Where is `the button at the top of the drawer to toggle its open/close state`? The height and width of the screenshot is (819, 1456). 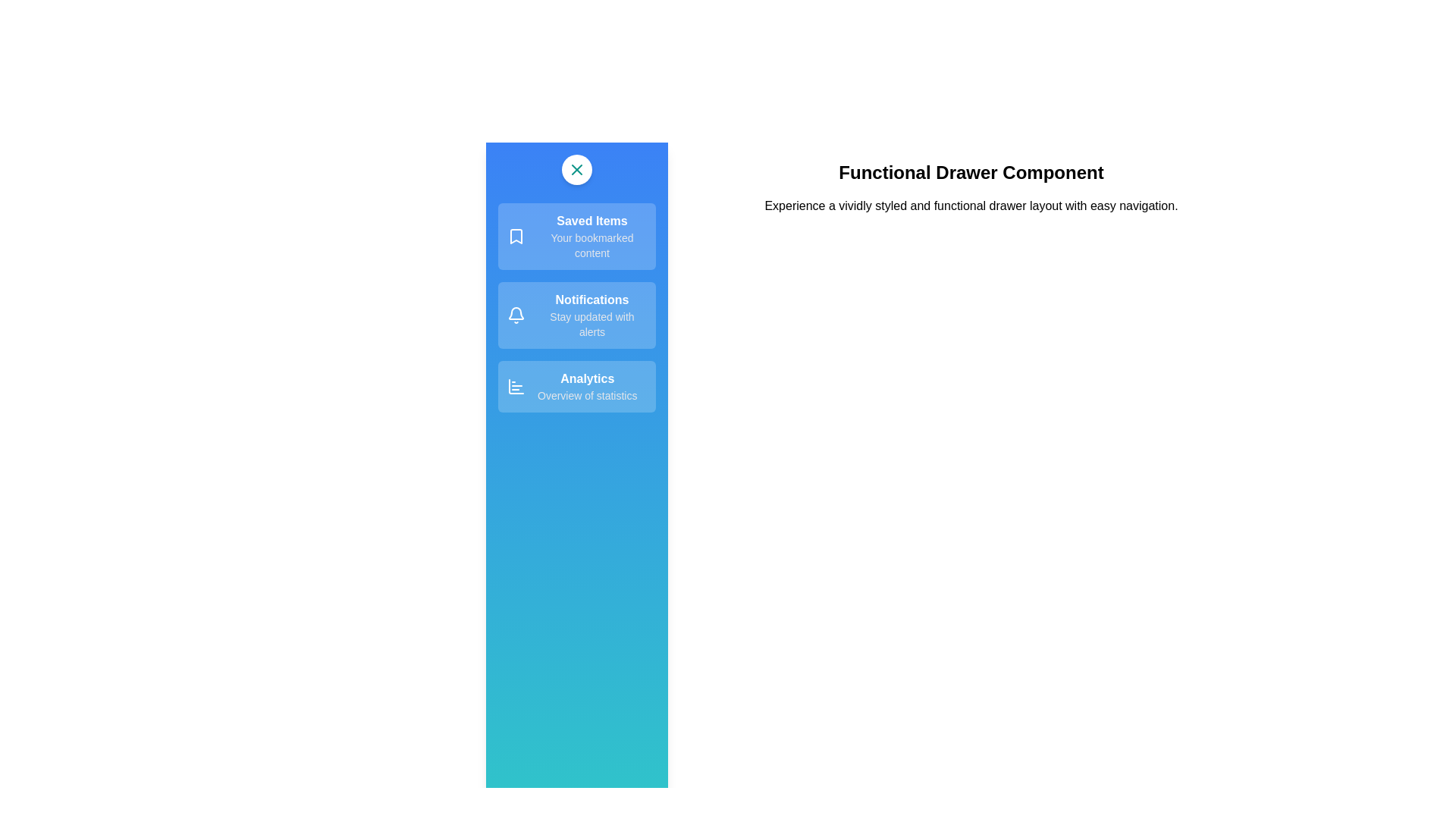
the button at the top of the drawer to toggle its open/close state is located at coordinates (576, 169).